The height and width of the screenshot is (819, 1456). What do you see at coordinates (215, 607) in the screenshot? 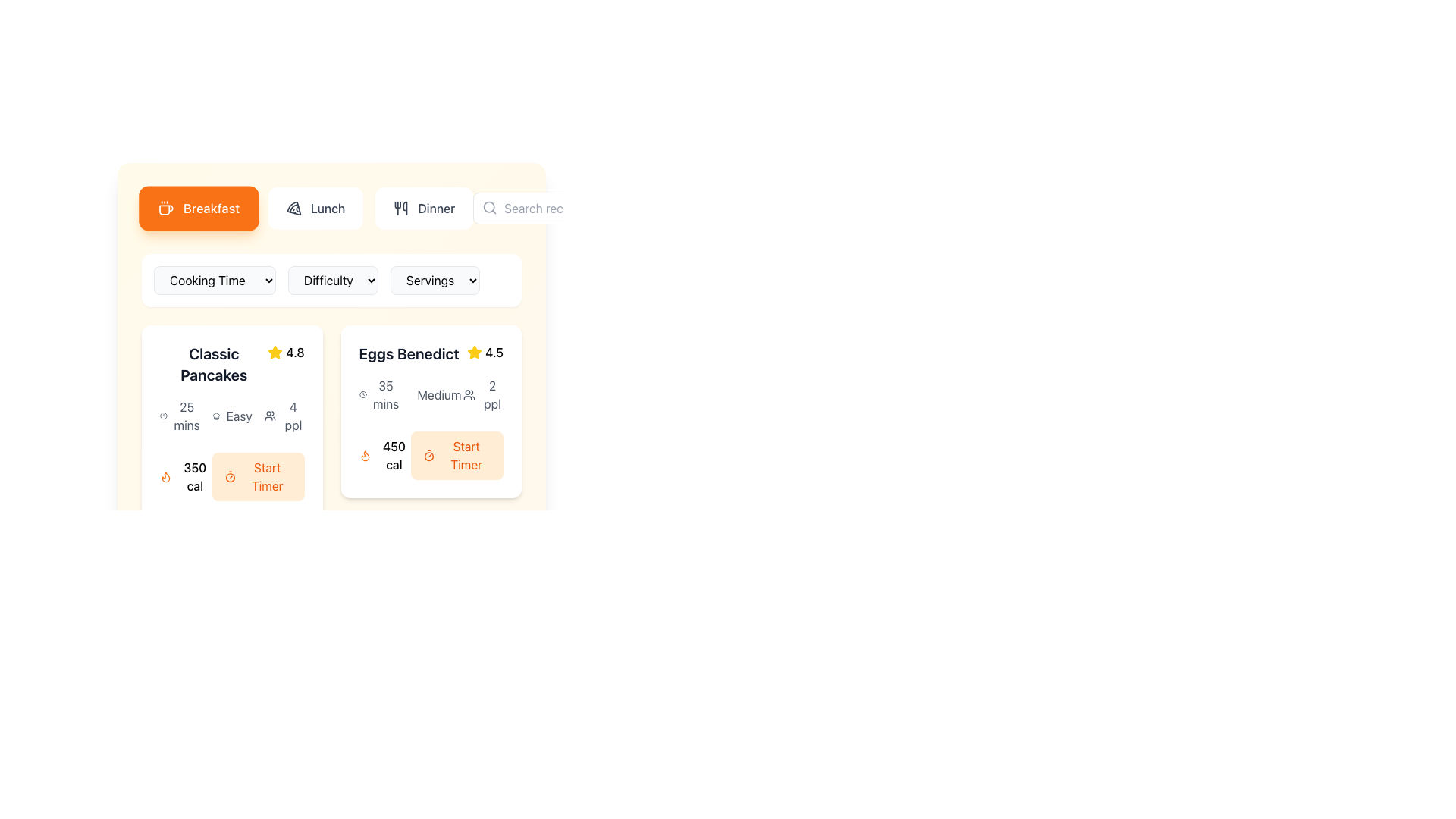
I see `the chef's hat icon located next to the 'Easy' label in the second section of the 'Classic Pancakes' card` at bounding box center [215, 607].